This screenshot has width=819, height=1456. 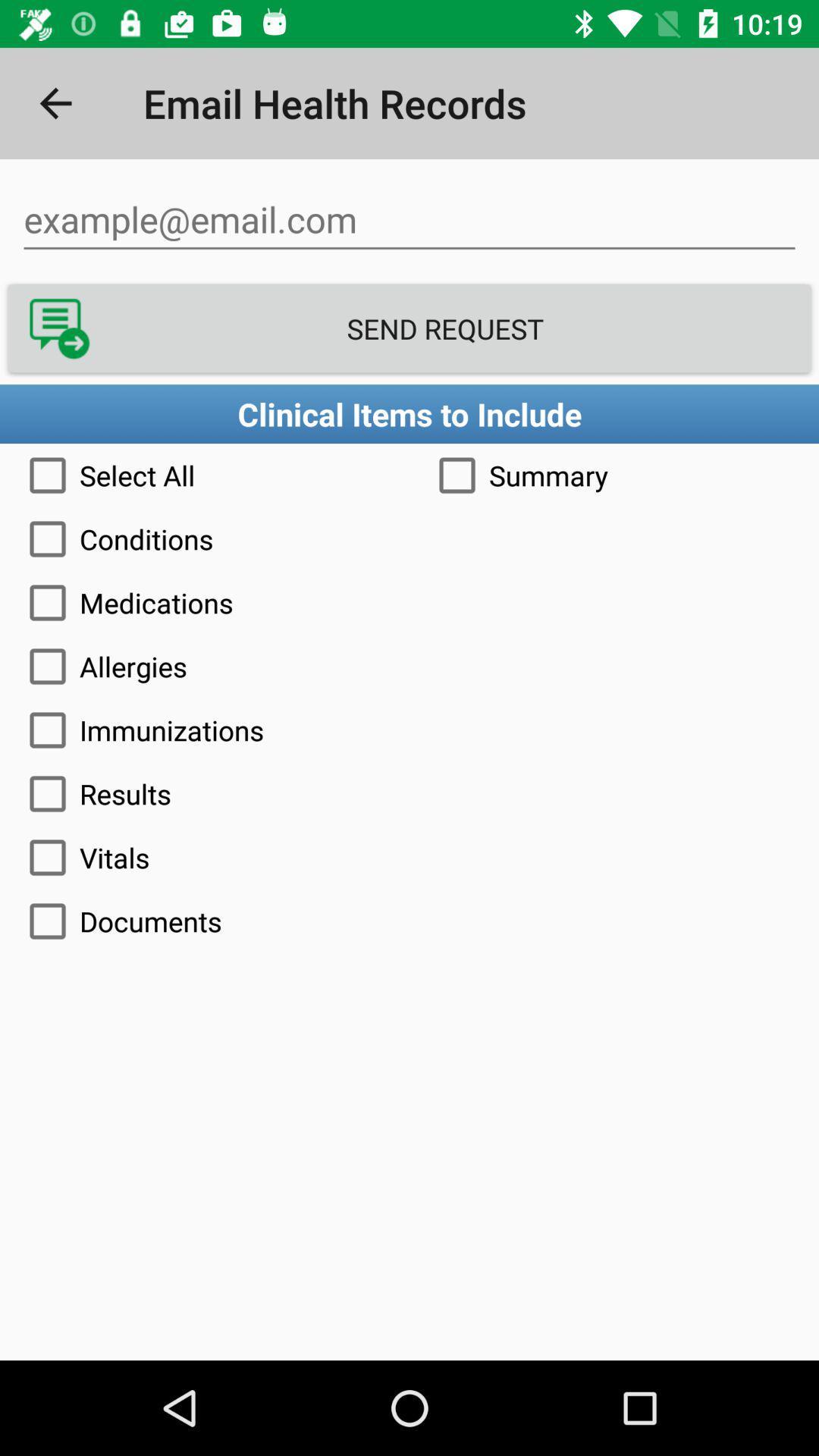 I want to click on icon above vitals item, so click(x=409, y=792).